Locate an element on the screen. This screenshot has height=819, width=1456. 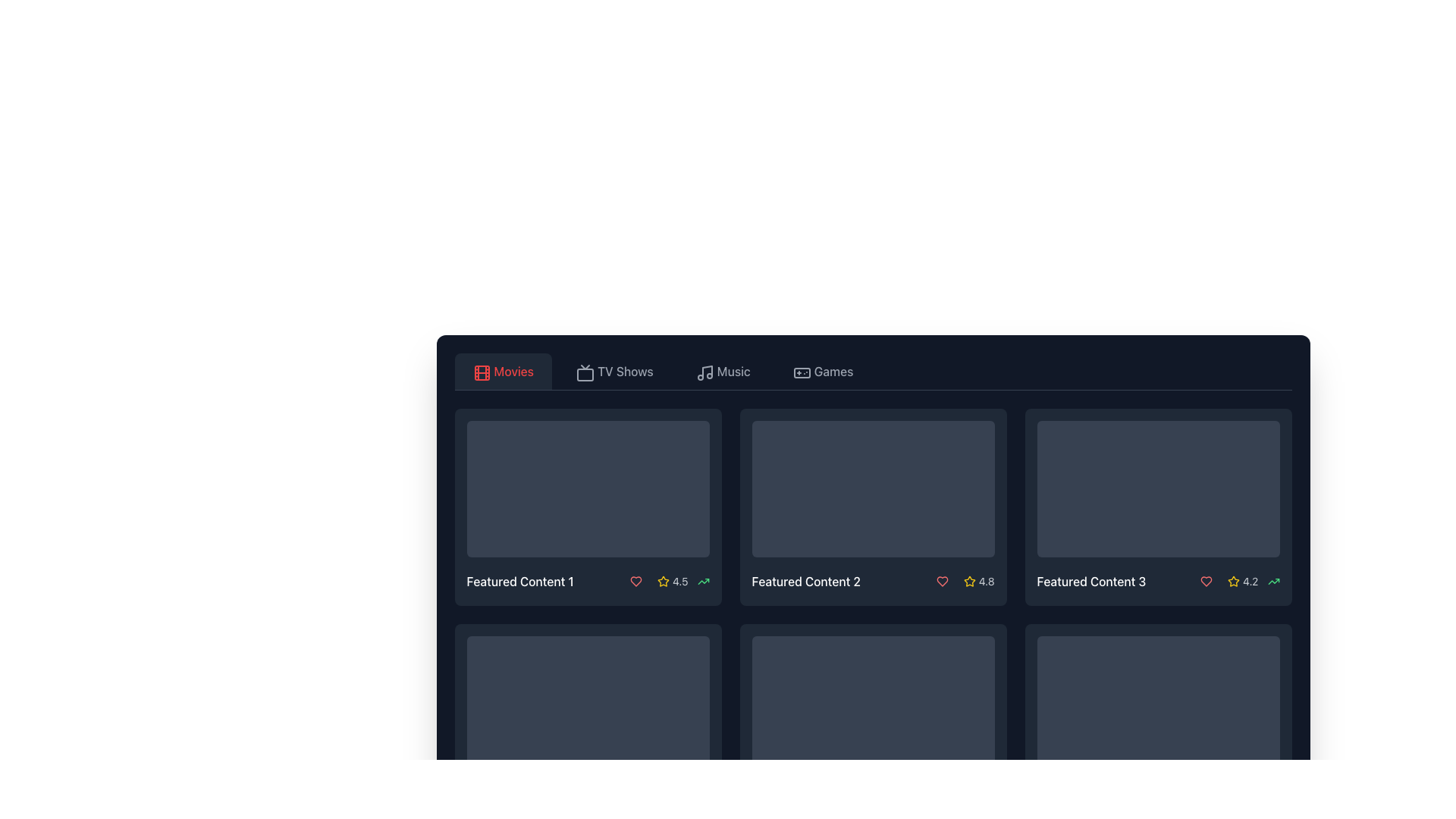
the small green upward trending data icon located at the bottom-right corner of the 'Featured Content 3' card, which follows the star rating icon and is preceded by the text '4.2' is located at coordinates (1273, 581).